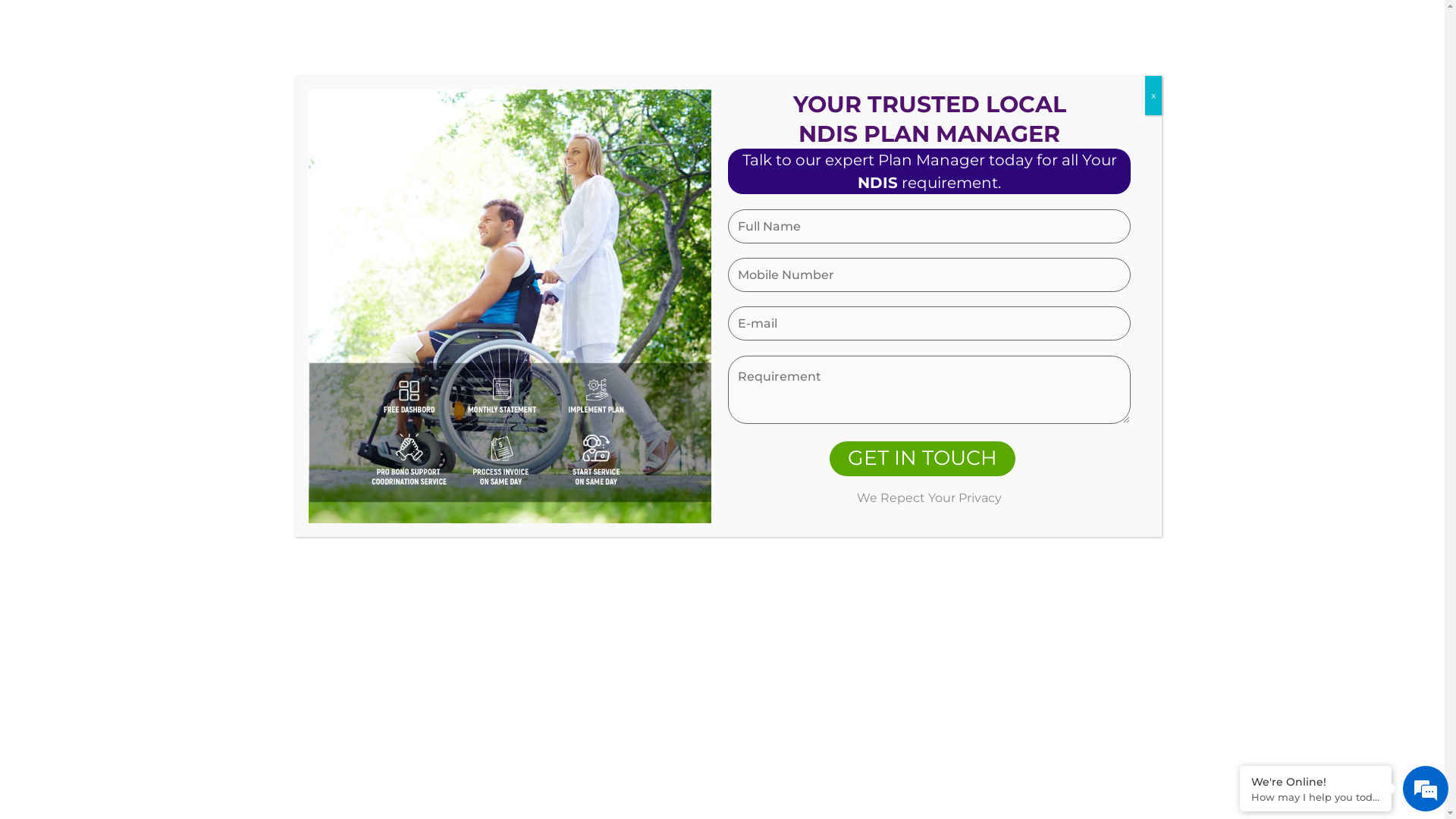 The height and width of the screenshot is (819, 1456). I want to click on 'REFER A CLIENT', so click(960, 78).